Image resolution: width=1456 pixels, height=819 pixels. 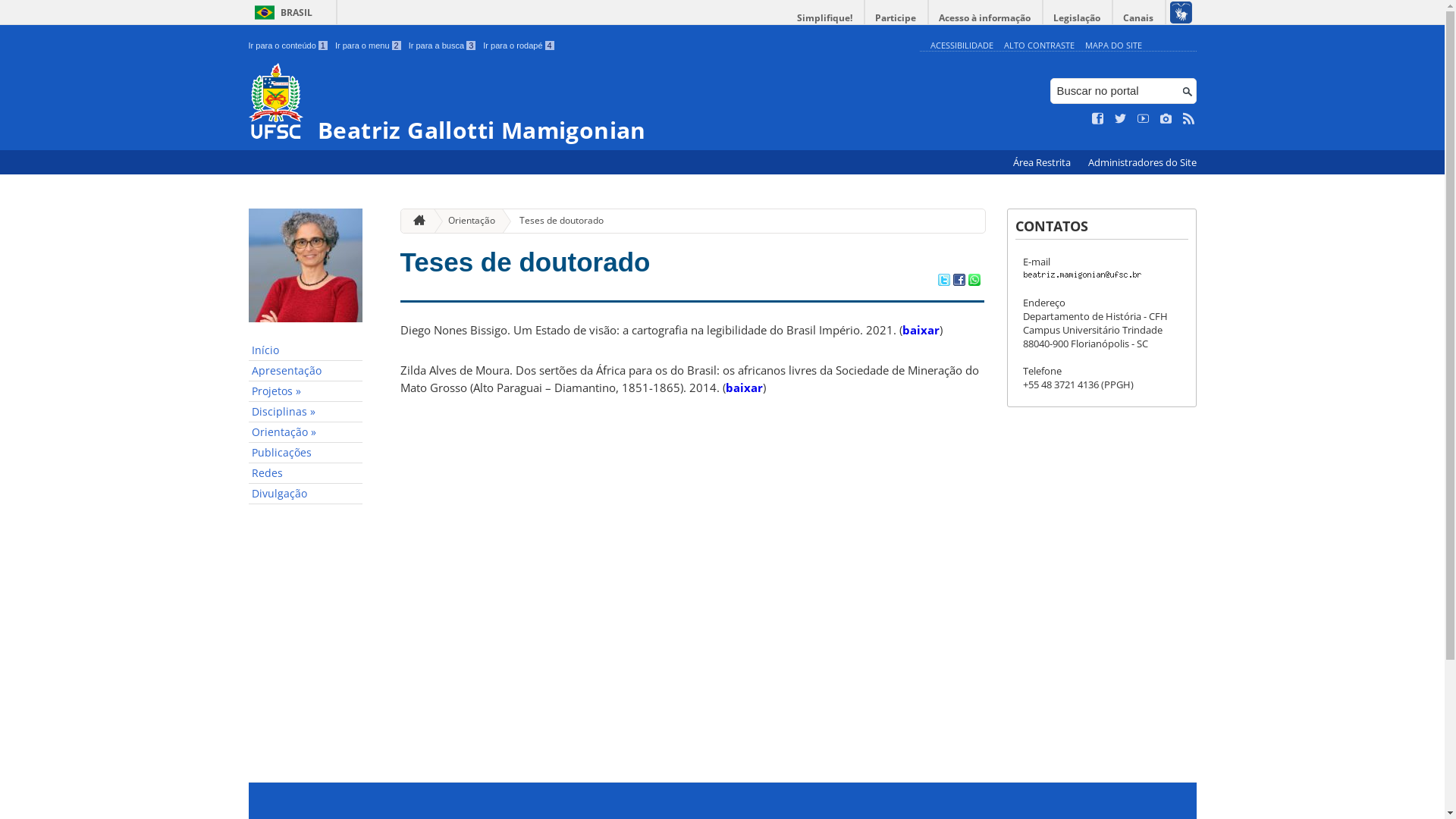 I want to click on 'Compartilhar no WhatsApp', so click(x=973, y=281).